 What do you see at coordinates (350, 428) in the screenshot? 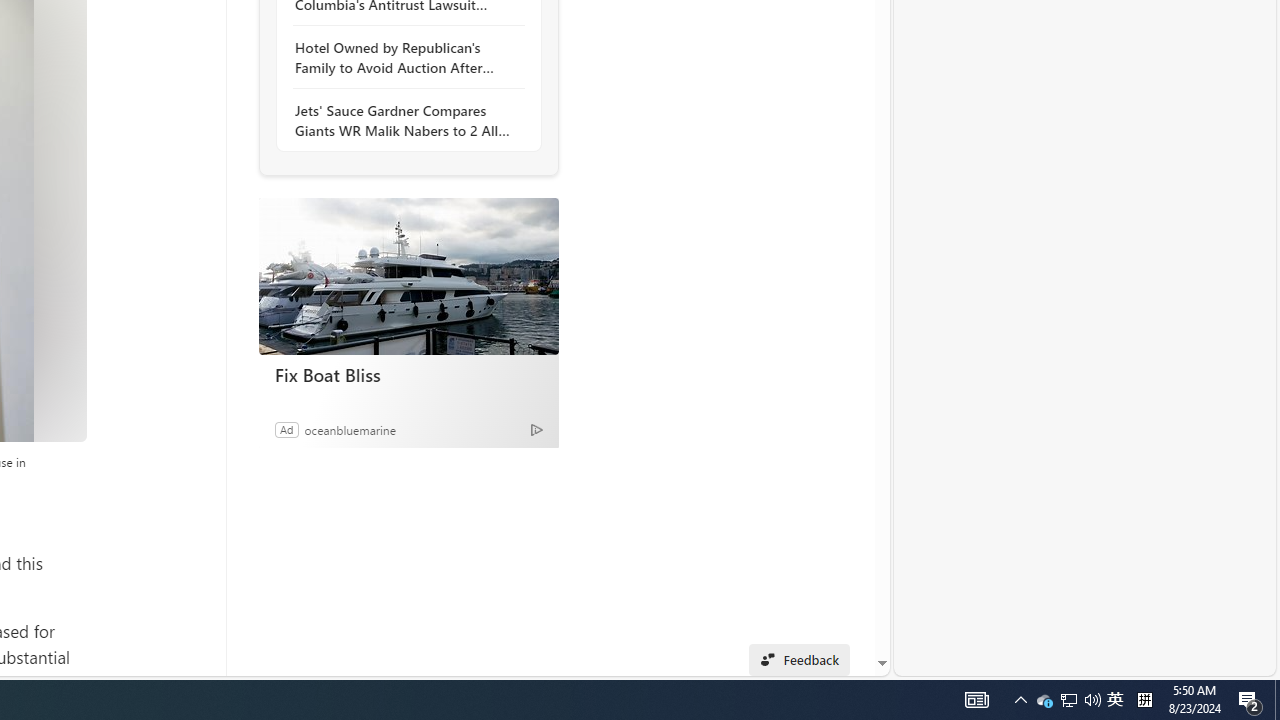
I see `'oceanbluemarine'` at bounding box center [350, 428].